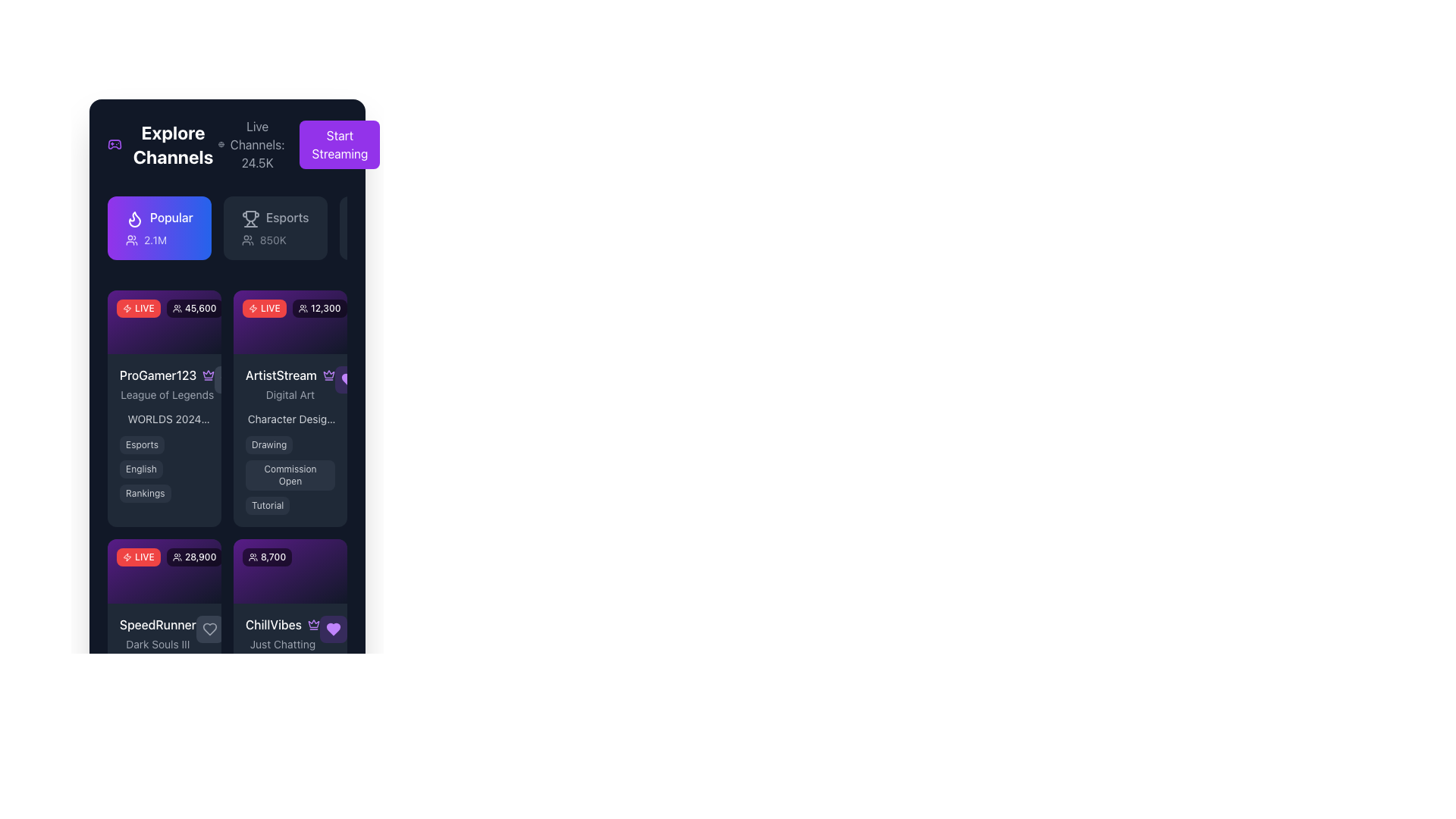  What do you see at coordinates (164, 468) in the screenshot?
I see `the 'English' text label located below the 'WORLDS 2024 PRACTICE! | !discord !merch' label to navigate to related sections` at bounding box center [164, 468].